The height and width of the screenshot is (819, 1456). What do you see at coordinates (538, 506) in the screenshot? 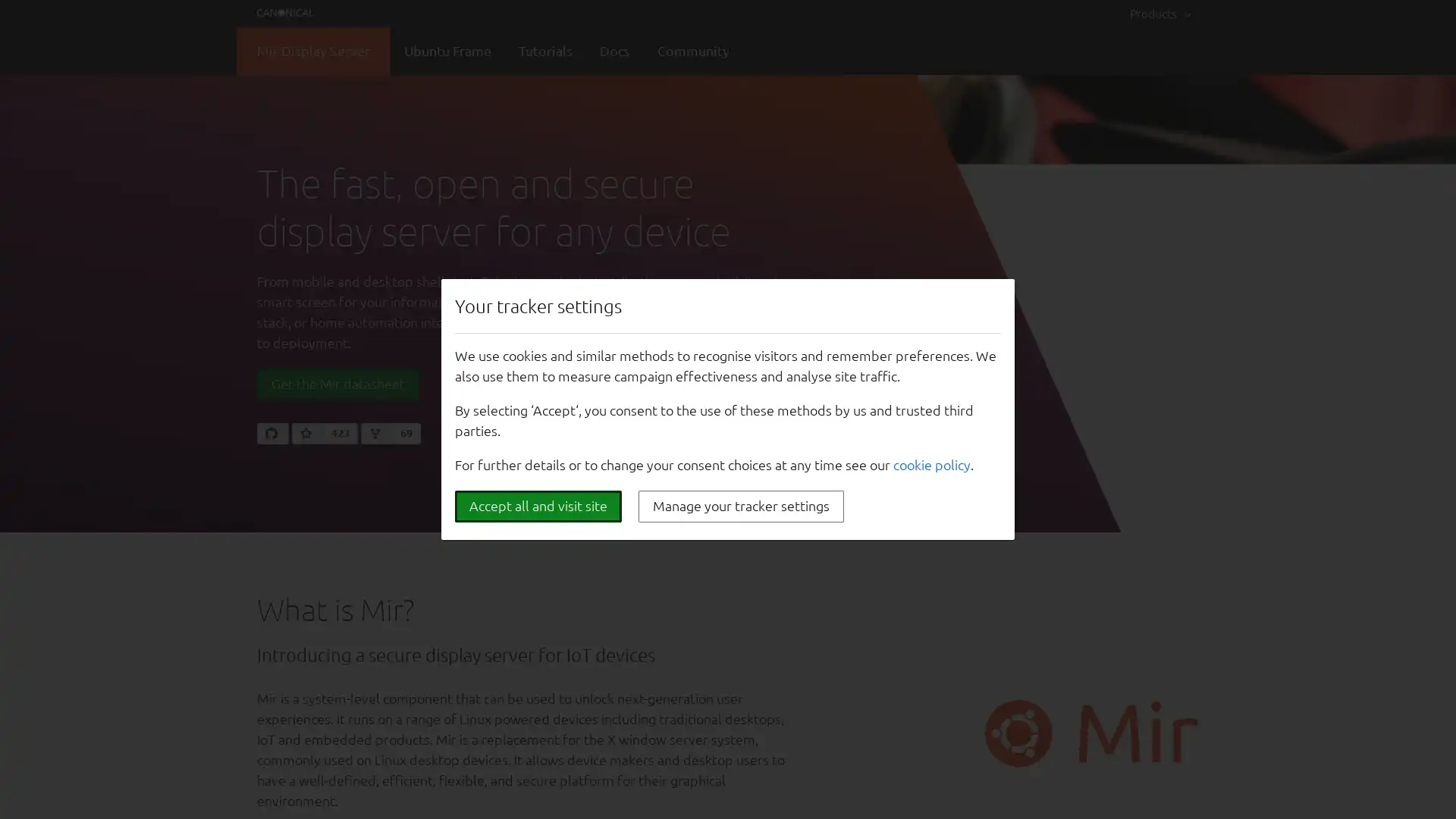
I see `Accept all and visit site` at bounding box center [538, 506].